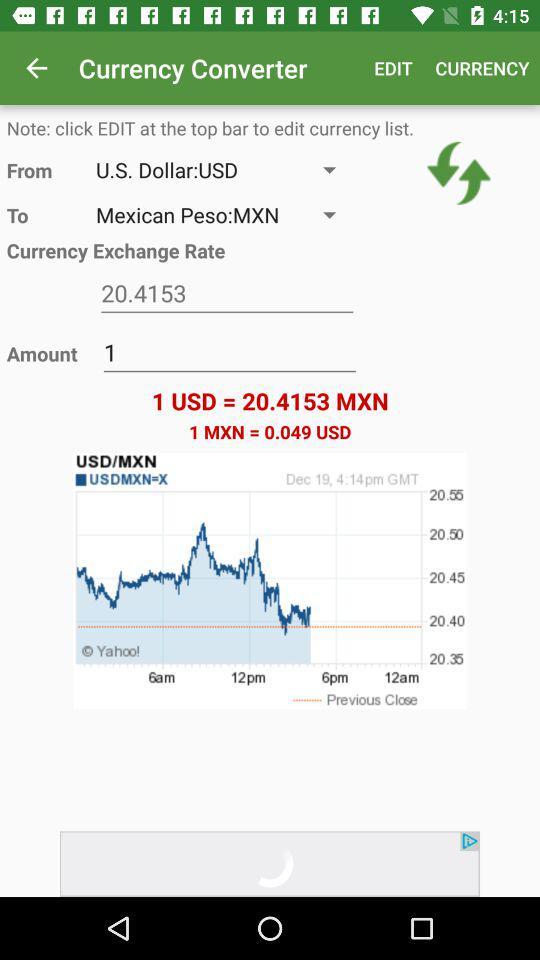 This screenshot has height=960, width=540. Describe the element at coordinates (459, 172) in the screenshot. I see `the refresh icon` at that location.